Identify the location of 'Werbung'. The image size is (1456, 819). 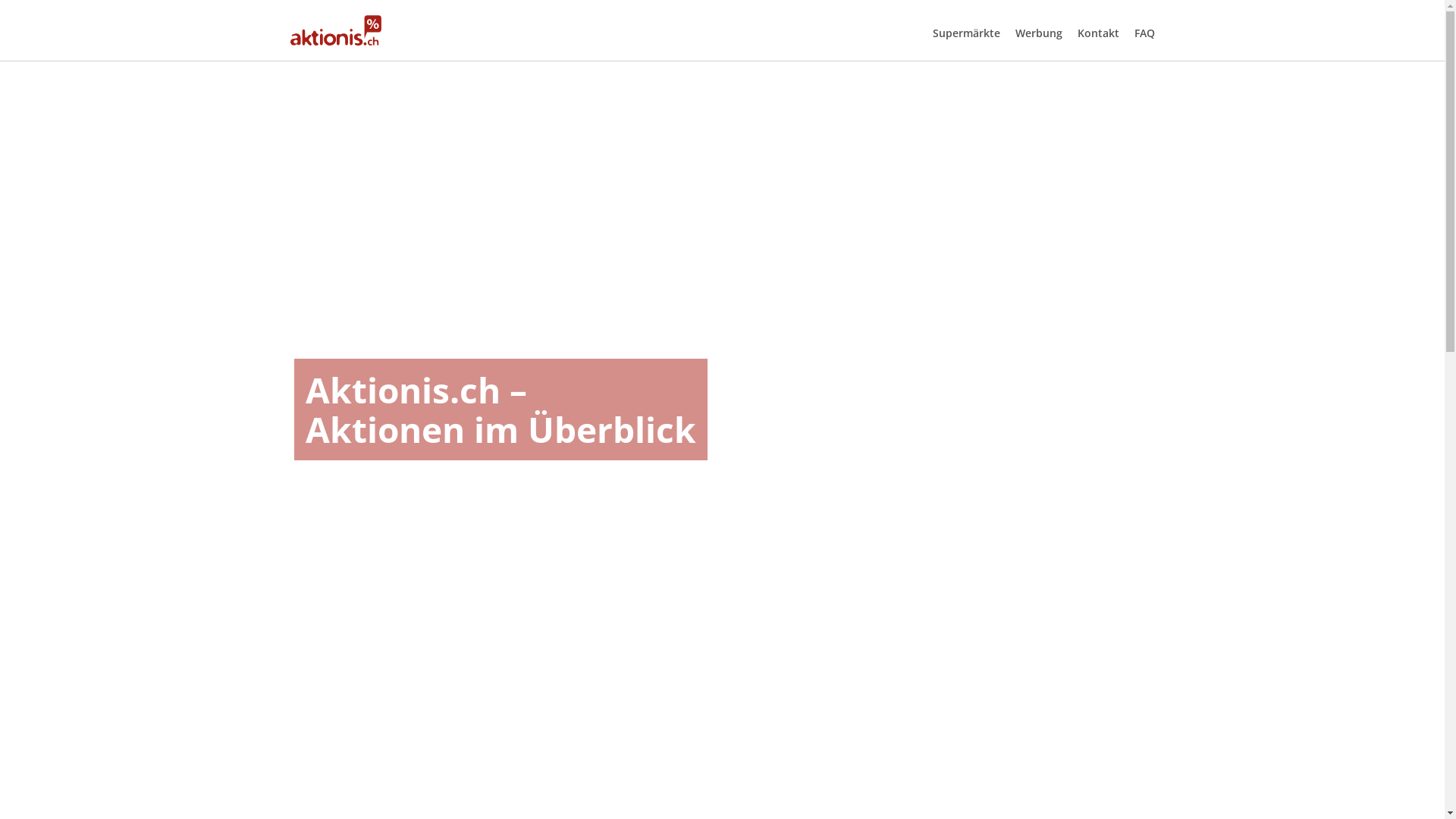
(1037, 33).